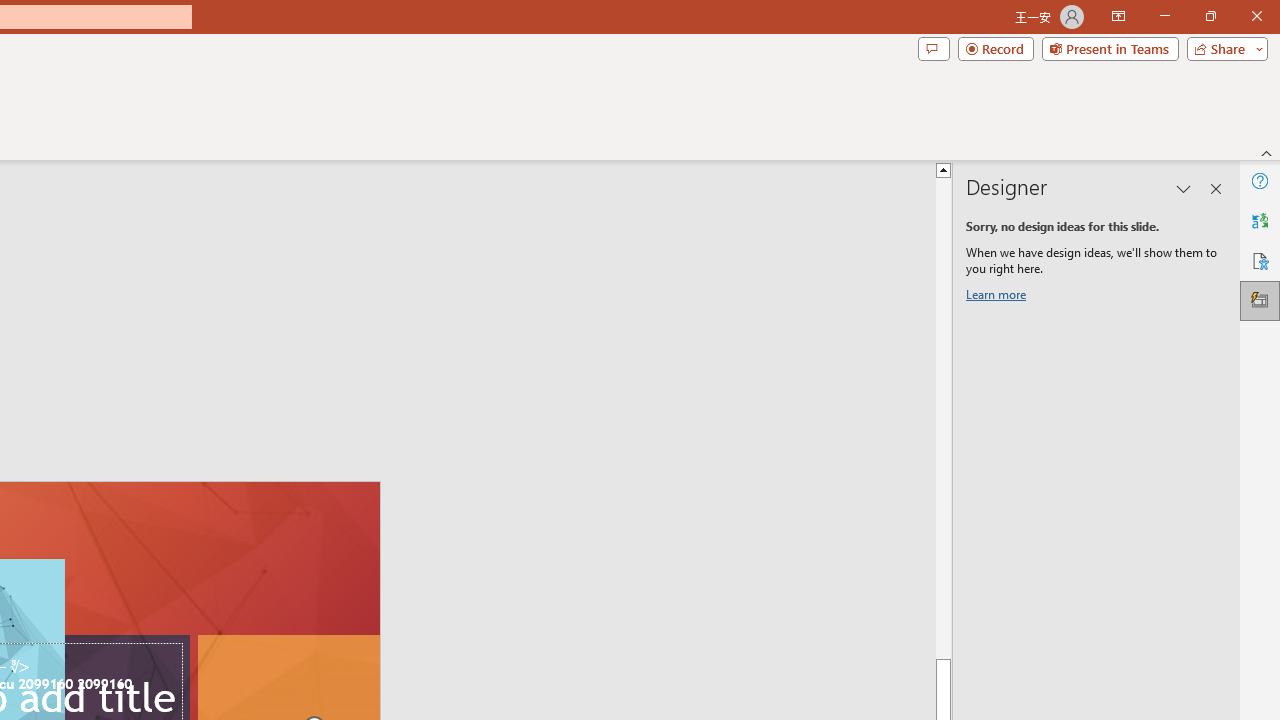 This screenshot has height=720, width=1280. What do you see at coordinates (1117, 16) in the screenshot?
I see `'Ribbon Display Options'` at bounding box center [1117, 16].